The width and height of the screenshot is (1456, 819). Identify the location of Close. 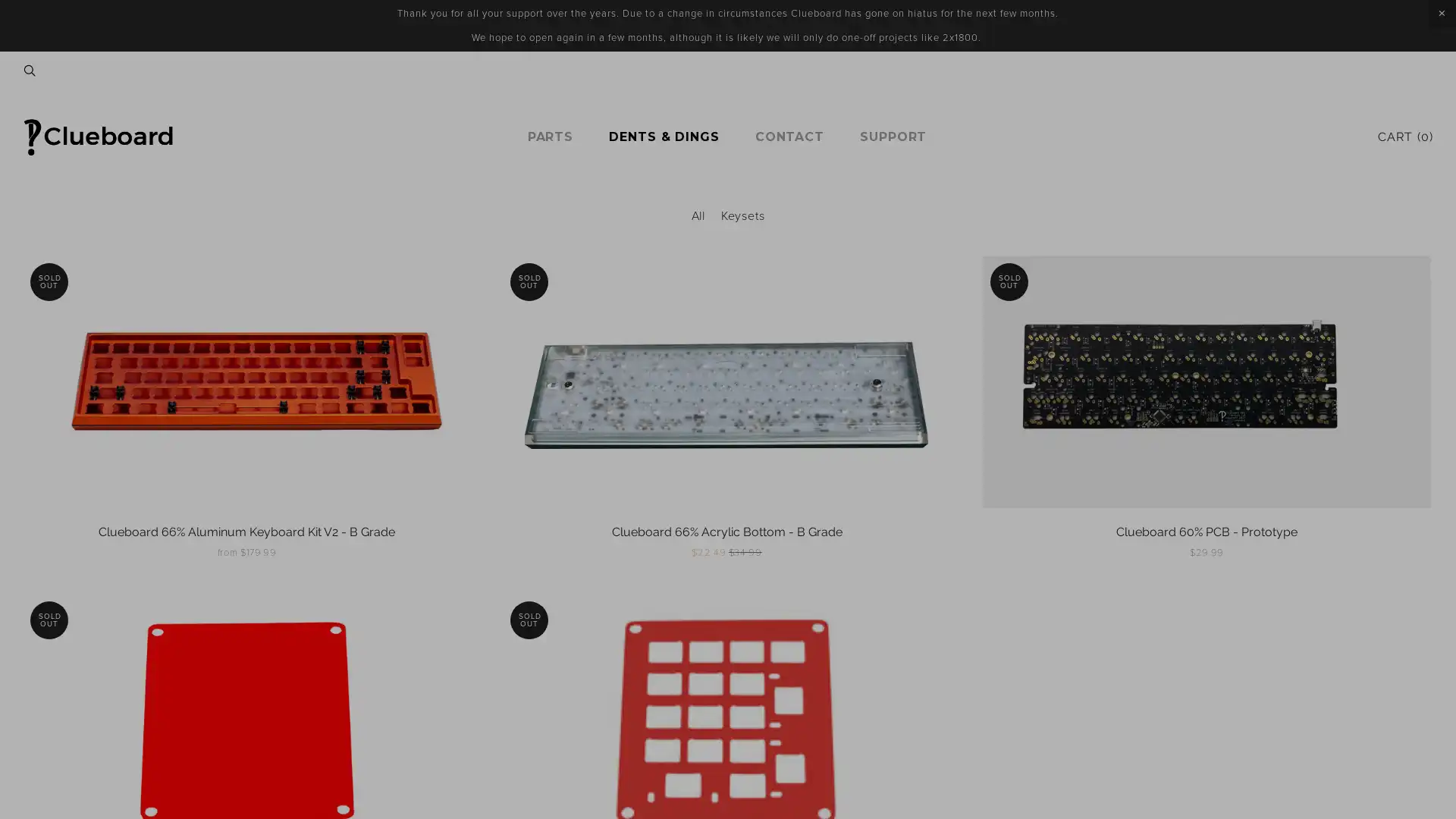
(945, 218).